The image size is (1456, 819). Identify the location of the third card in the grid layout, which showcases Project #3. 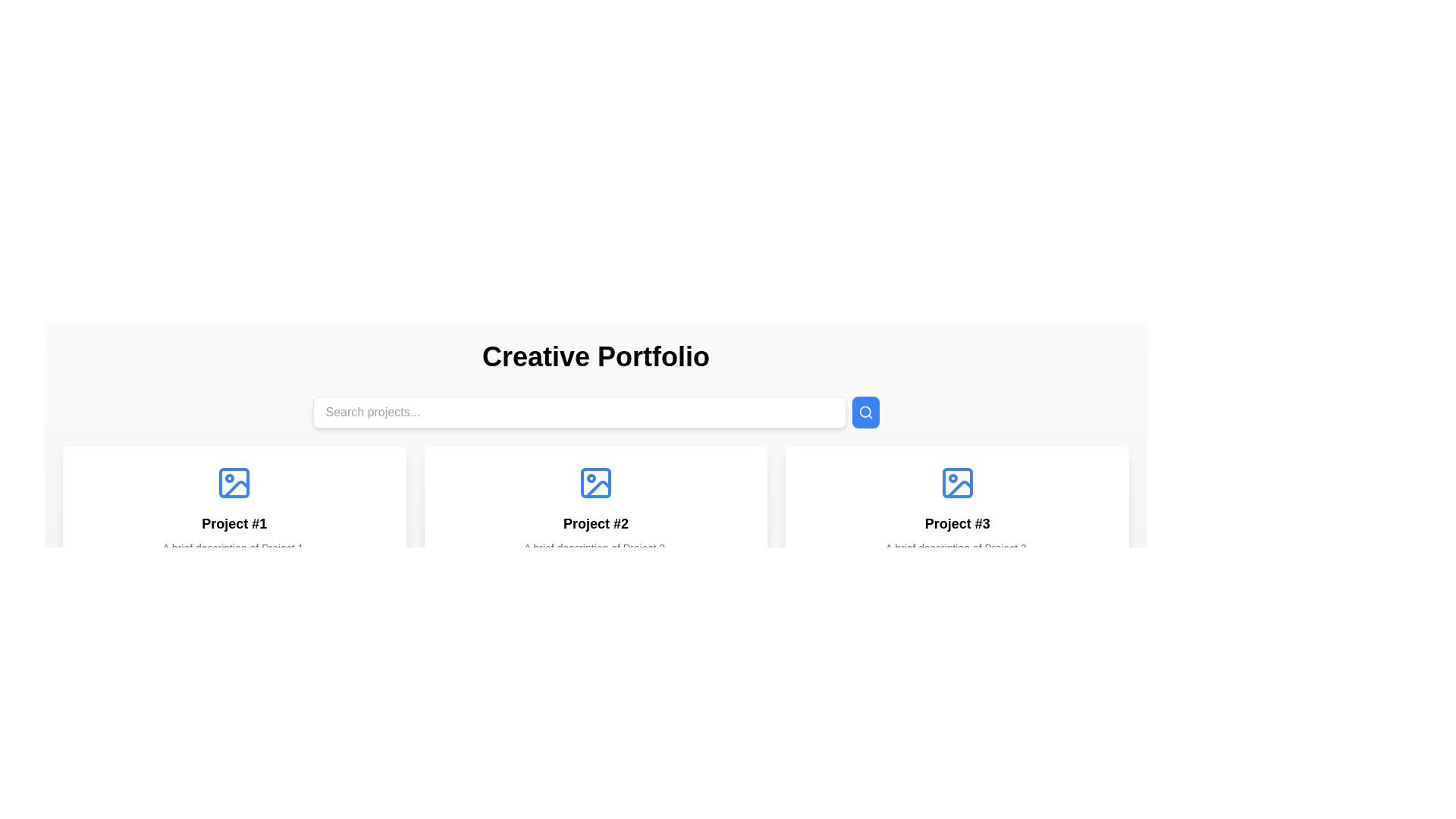
(956, 529).